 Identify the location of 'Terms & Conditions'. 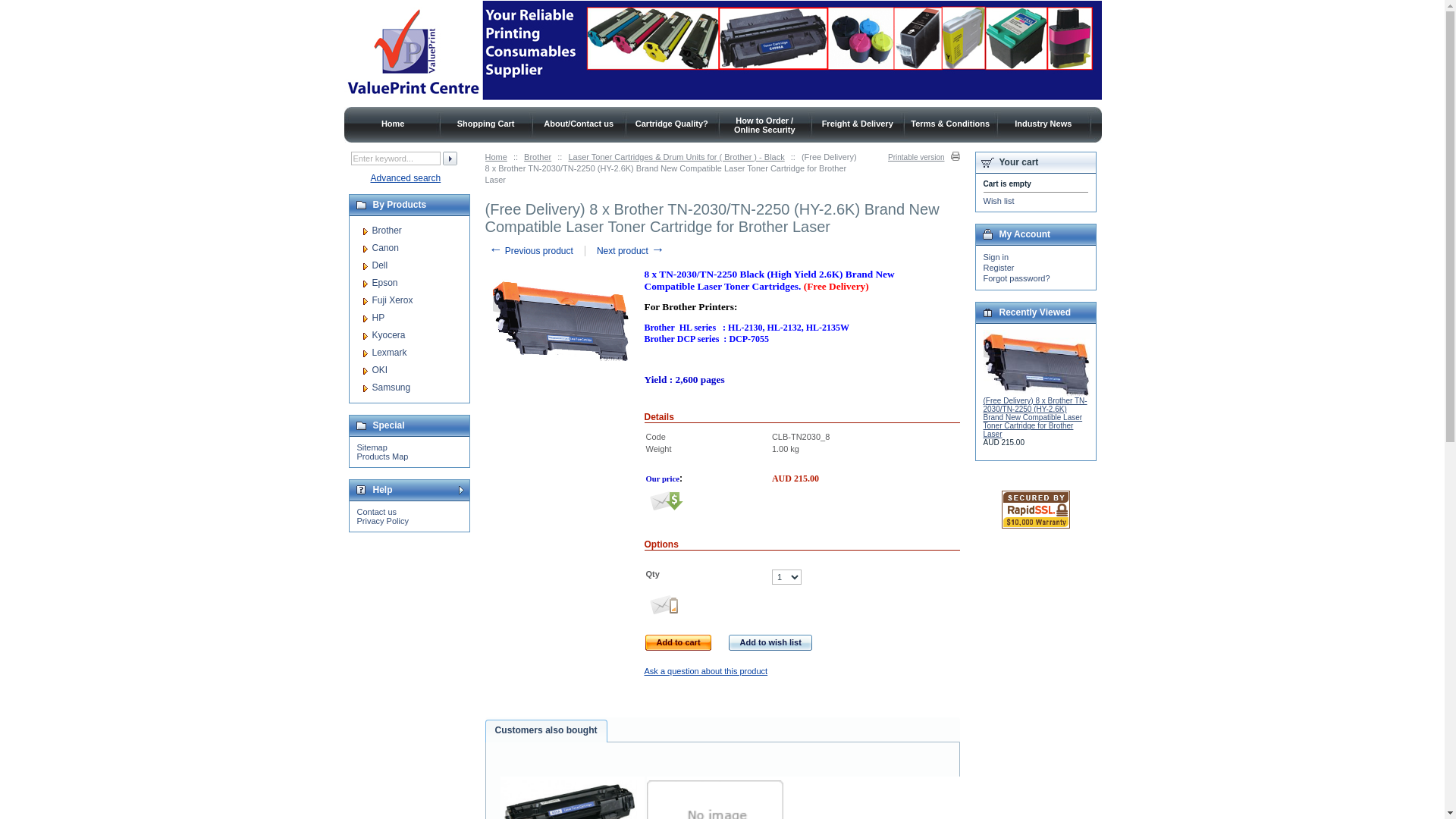
(949, 122).